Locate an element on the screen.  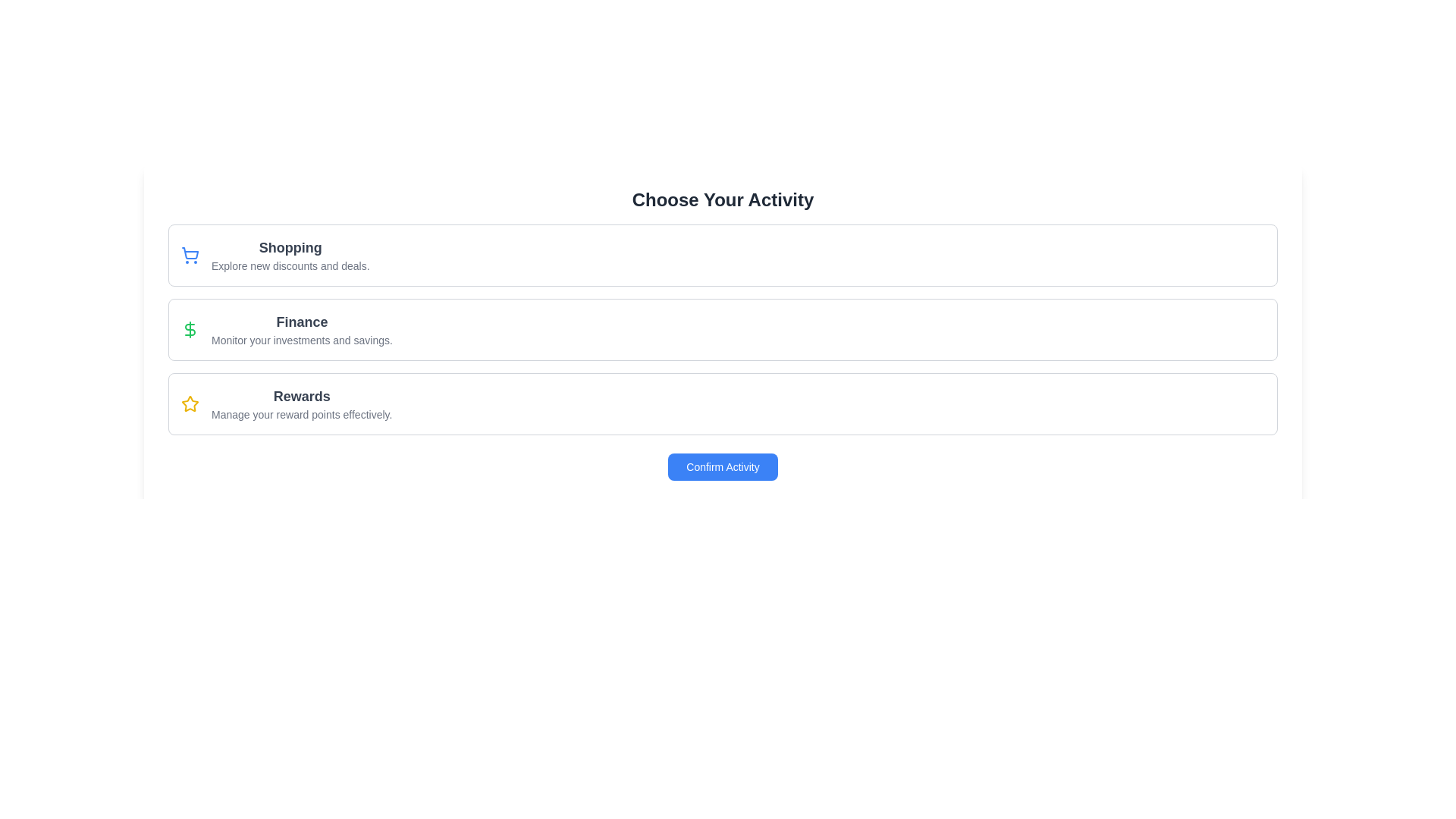
the 'Shopping' text block, which includes the title 'Shopping' in bold above the description 'Explore new discounts and deals', positioned at the top of a list with a shopping cart icon to the left is located at coordinates (290, 254).